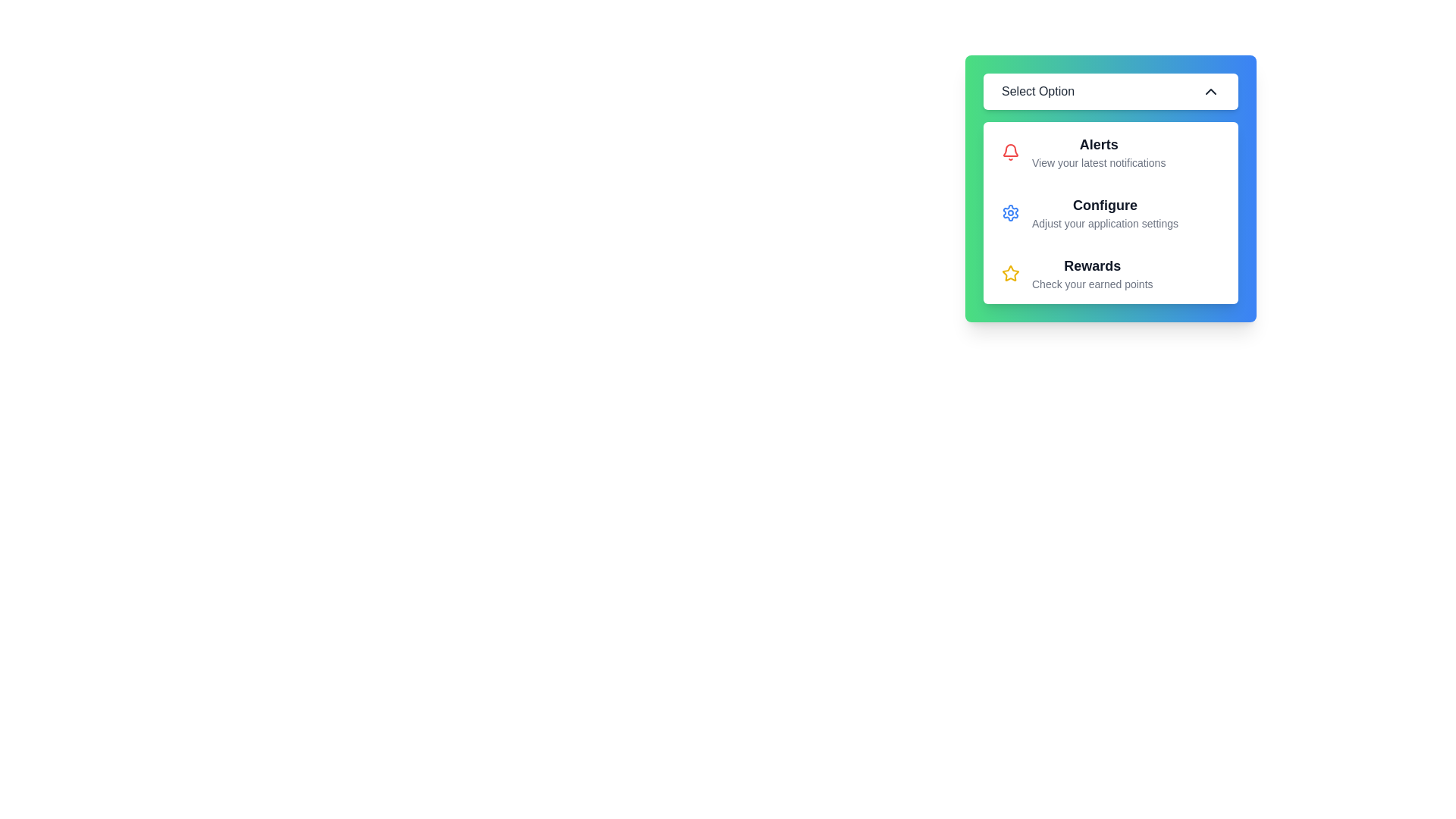 This screenshot has width=1456, height=819. Describe the element at coordinates (1011, 150) in the screenshot. I see `the bell-shaped SVG icon representing alerts or notifications located at the top left of the dropdown menu in the 'Alerts' row` at that location.